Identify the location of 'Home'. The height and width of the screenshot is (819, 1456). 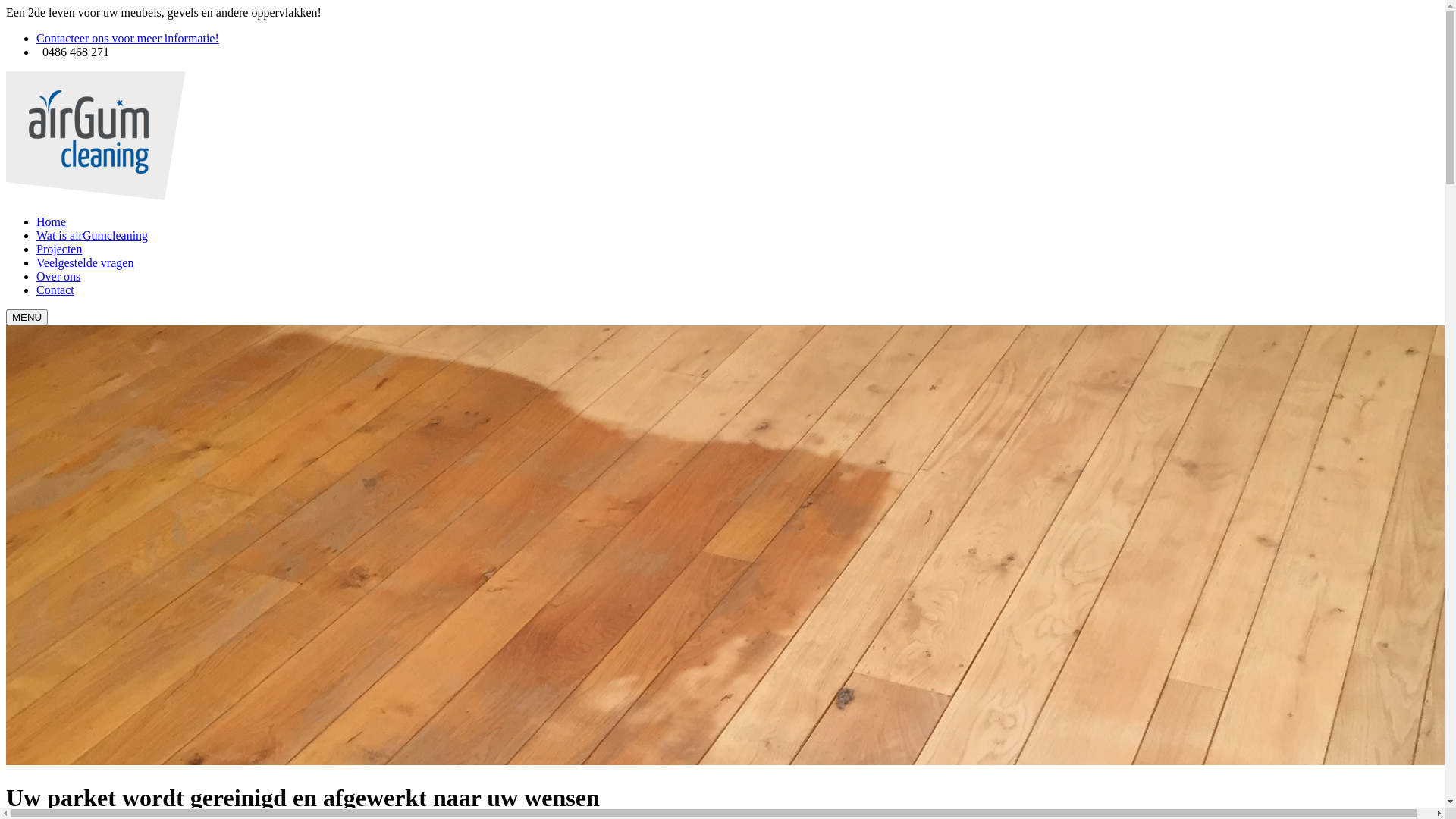
(36, 221).